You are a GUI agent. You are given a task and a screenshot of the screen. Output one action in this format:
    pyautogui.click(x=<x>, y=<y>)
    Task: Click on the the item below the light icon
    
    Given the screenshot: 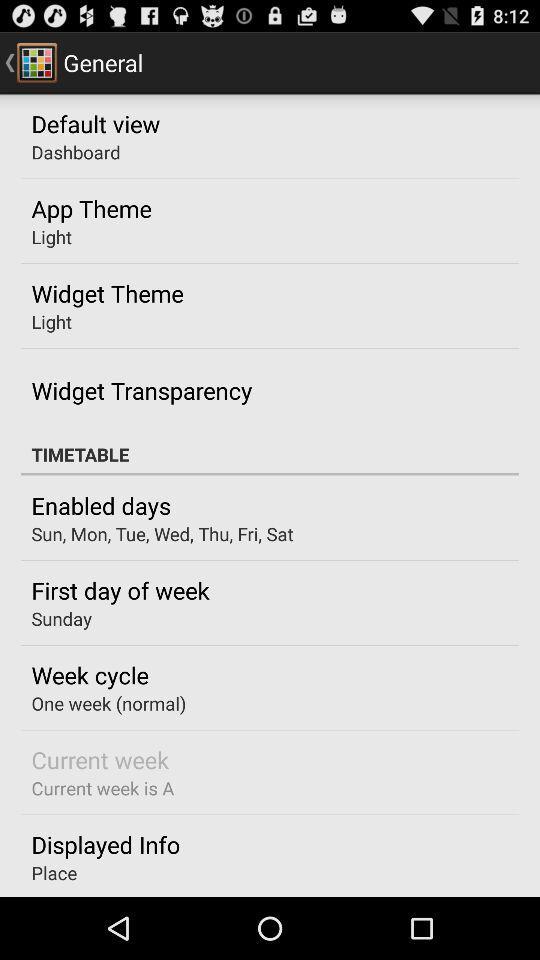 What is the action you would take?
    pyautogui.click(x=140, y=389)
    